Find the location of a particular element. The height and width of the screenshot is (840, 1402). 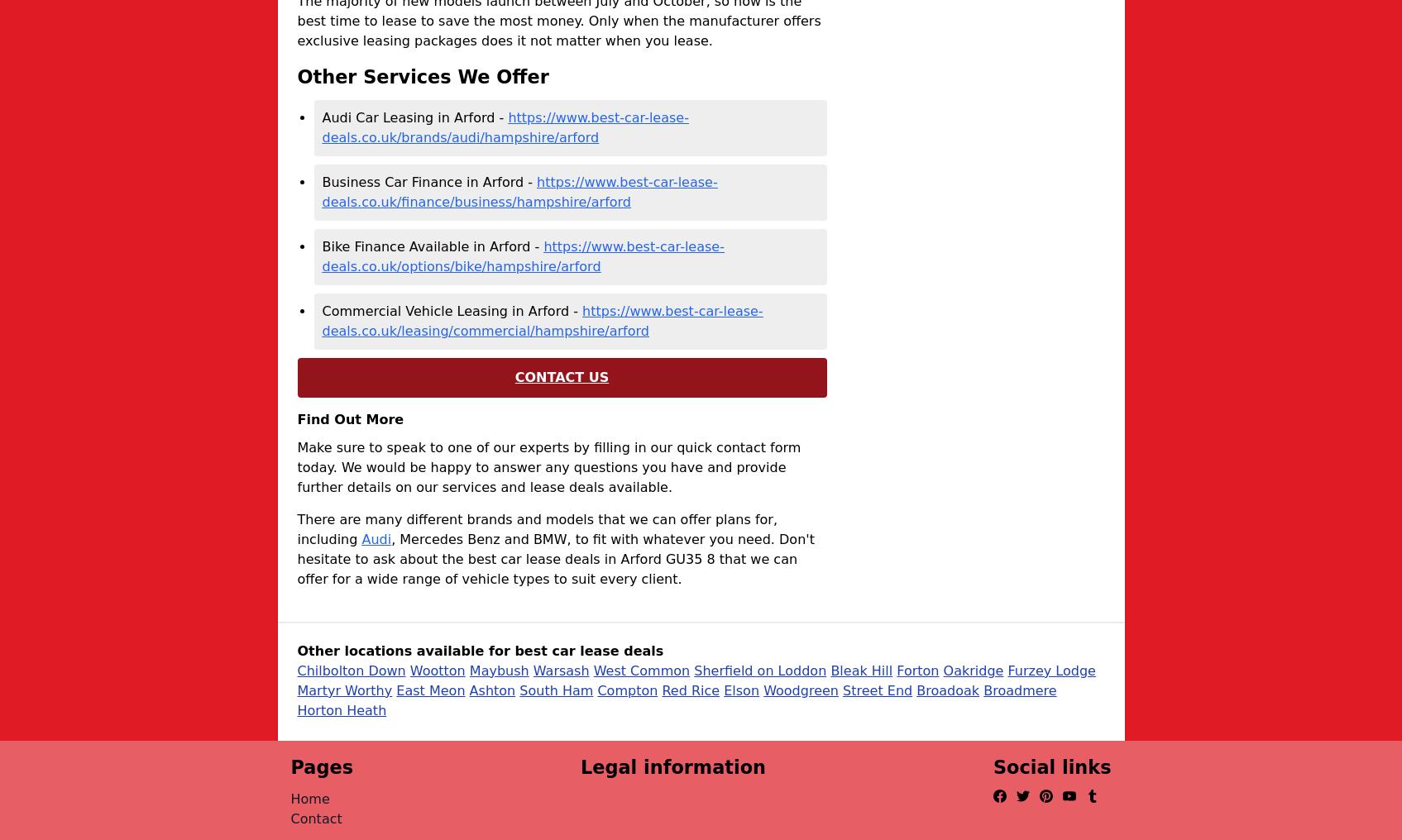

'Audi' is located at coordinates (376, 537).